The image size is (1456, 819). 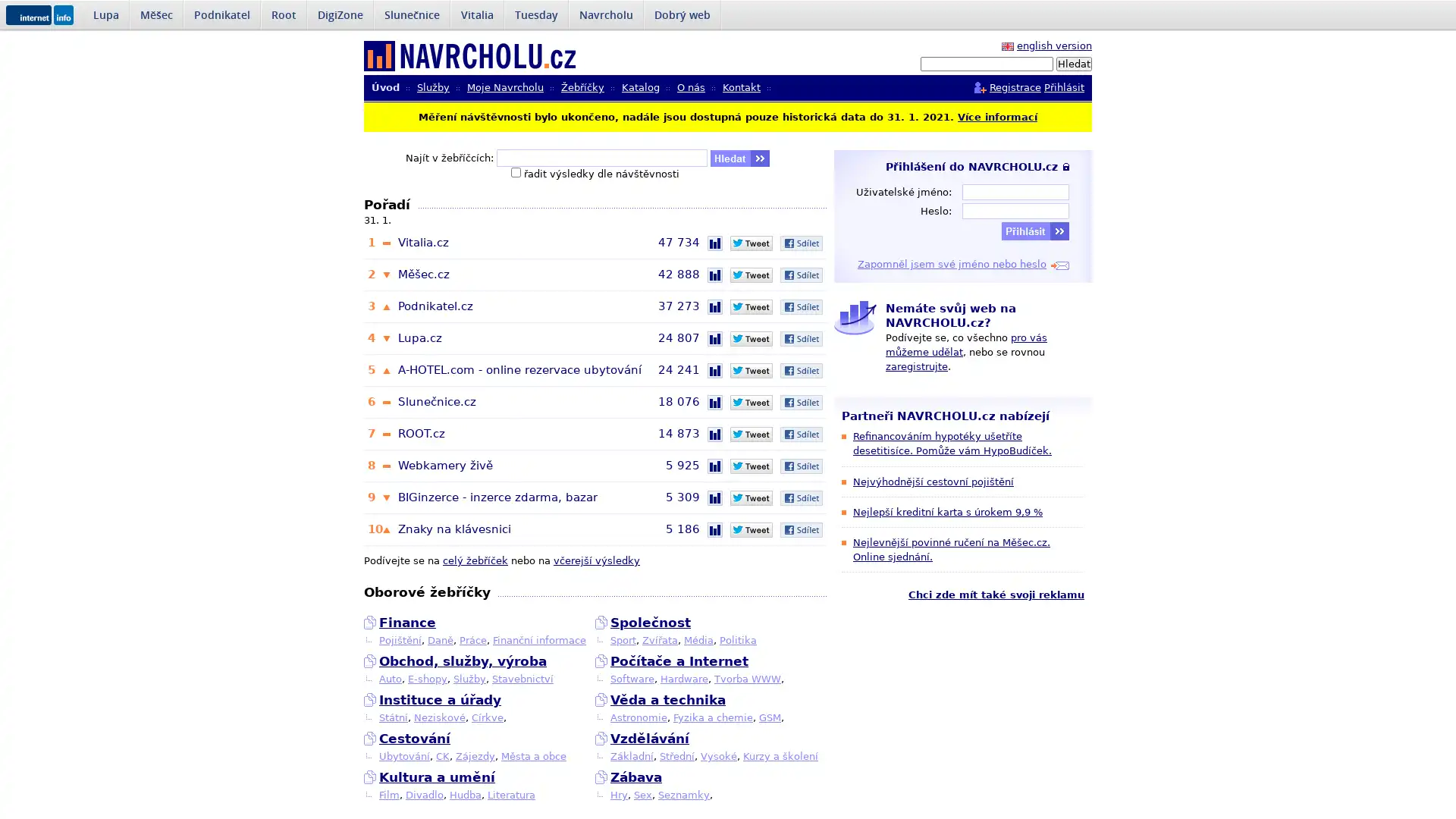 I want to click on Hledat, so click(x=1073, y=63).